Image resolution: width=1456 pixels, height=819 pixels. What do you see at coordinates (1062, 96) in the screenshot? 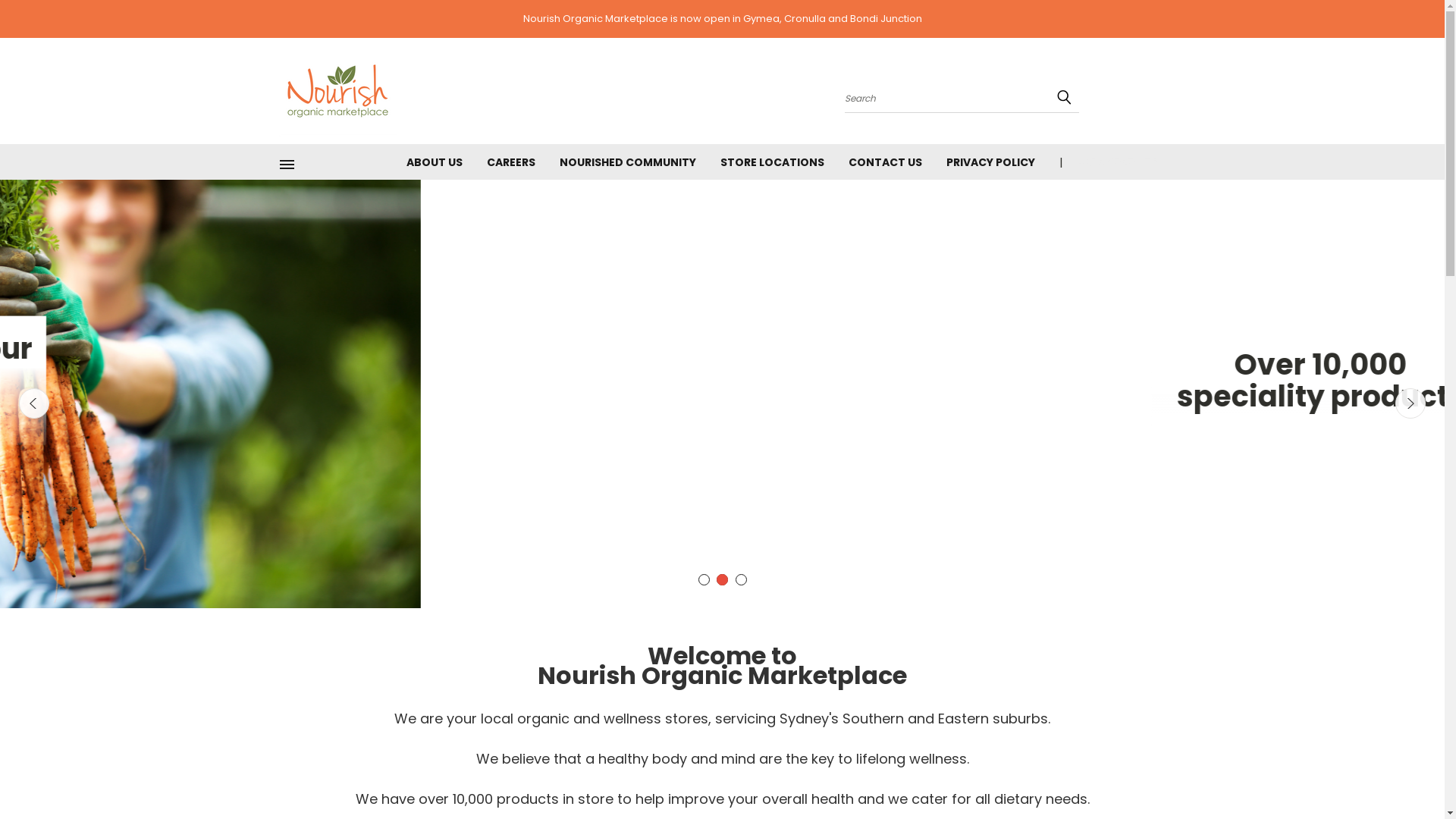
I see `'submit'` at bounding box center [1062, 96].